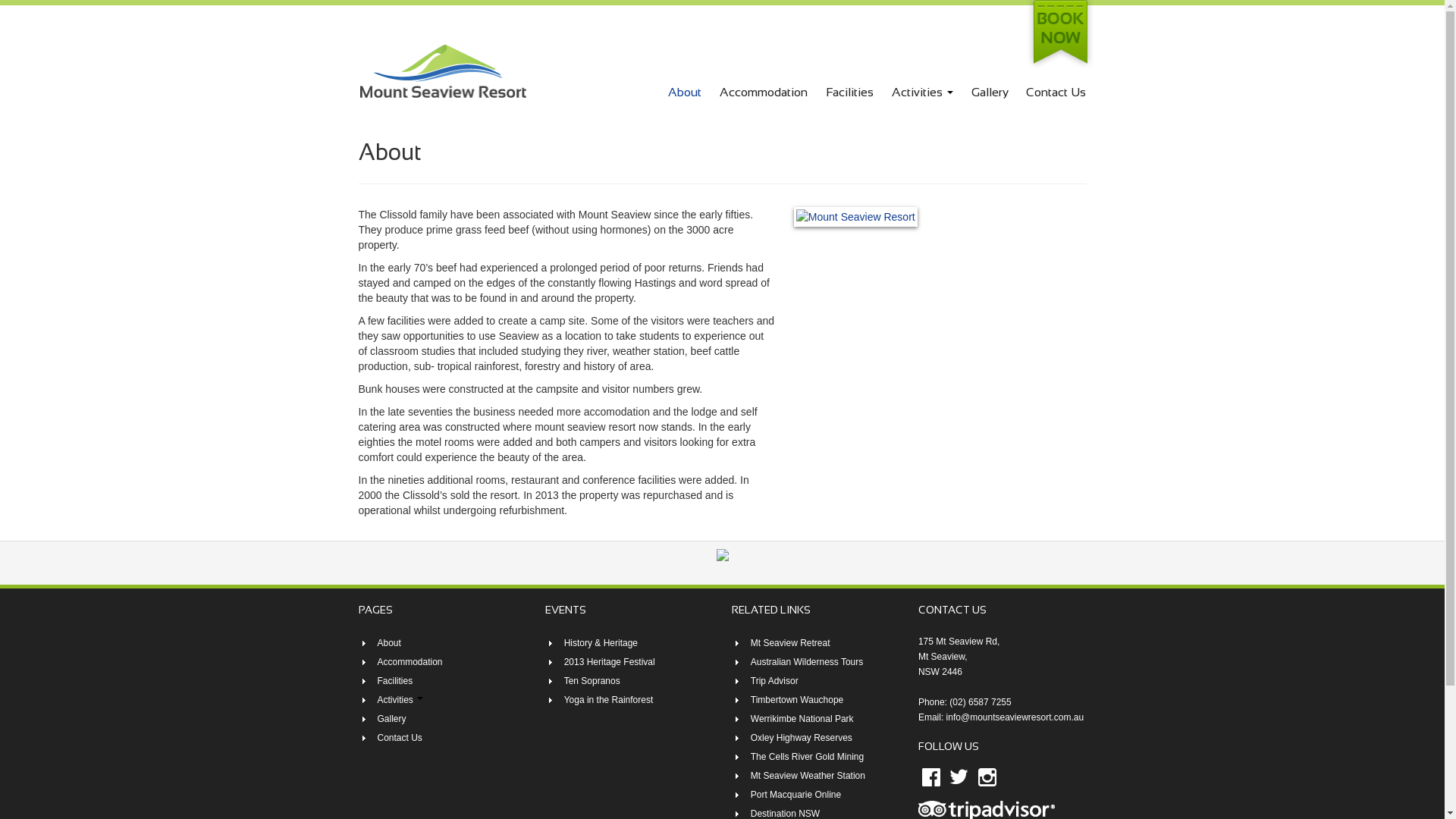 This screenshot has height=819, width=1456. What do you see at coordinates (806, 757) in the screenshot?
I see `'The Cells River Gold Mining'` at bounding box center [806, 757].